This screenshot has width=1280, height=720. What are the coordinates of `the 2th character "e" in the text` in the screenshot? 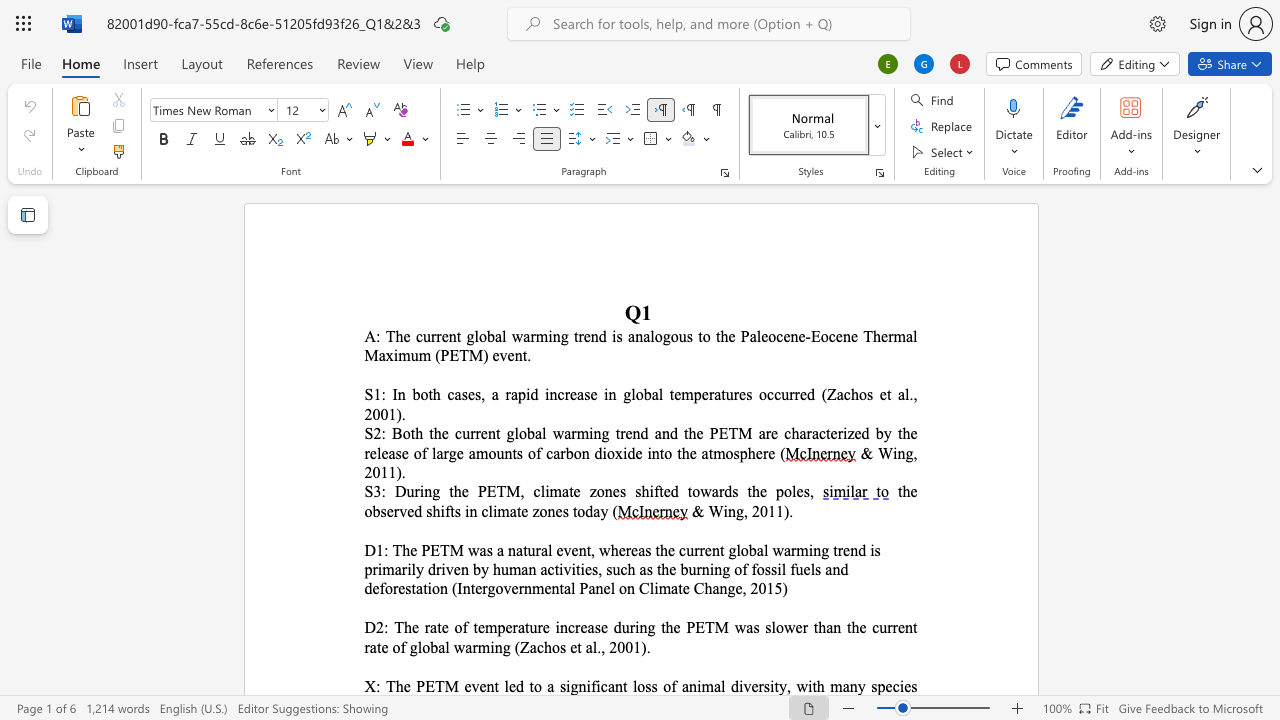 It's located at (834, 432).